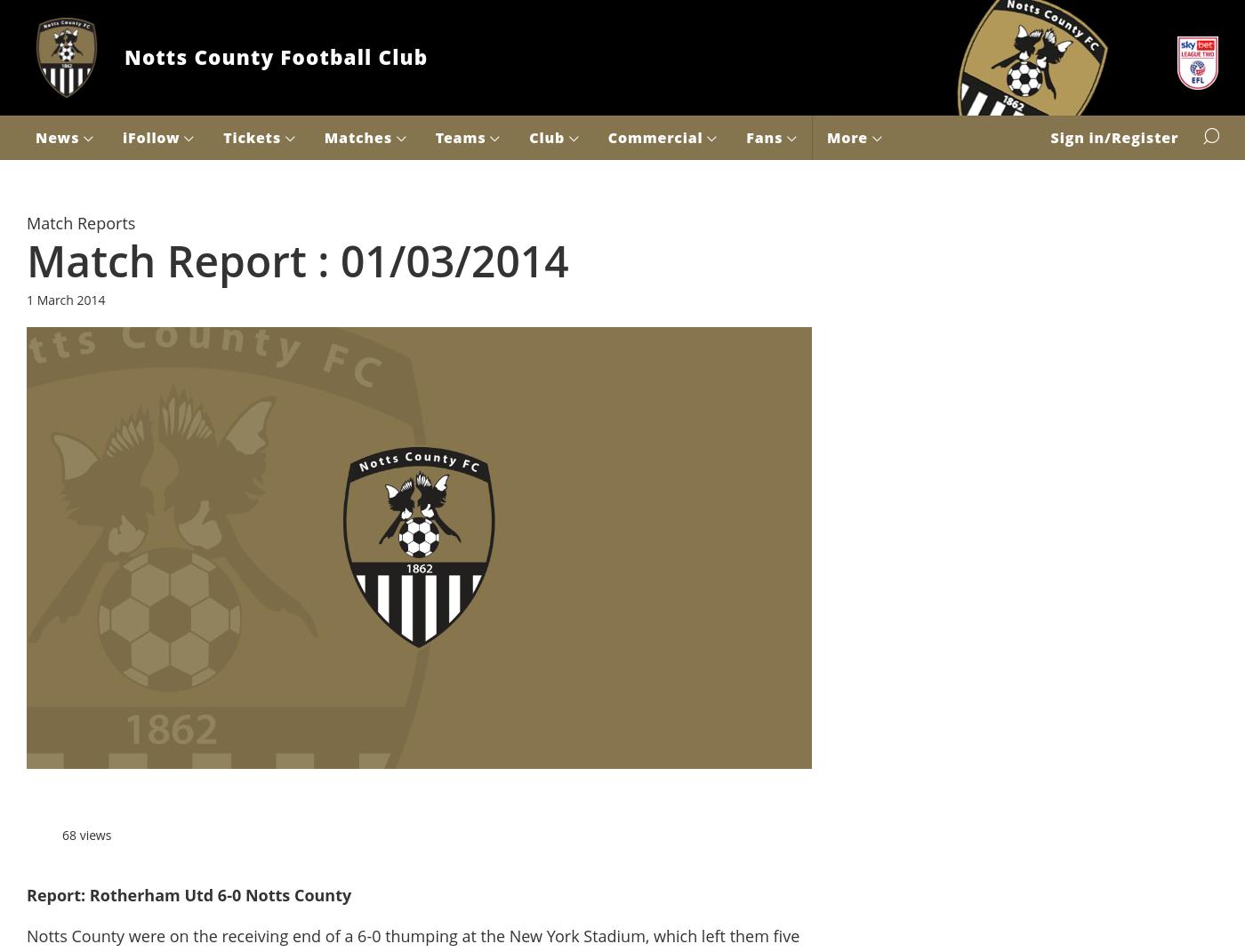 The width and height of the screenshot is (1245, 952). I want to click on '68 views', so click(86, 833).